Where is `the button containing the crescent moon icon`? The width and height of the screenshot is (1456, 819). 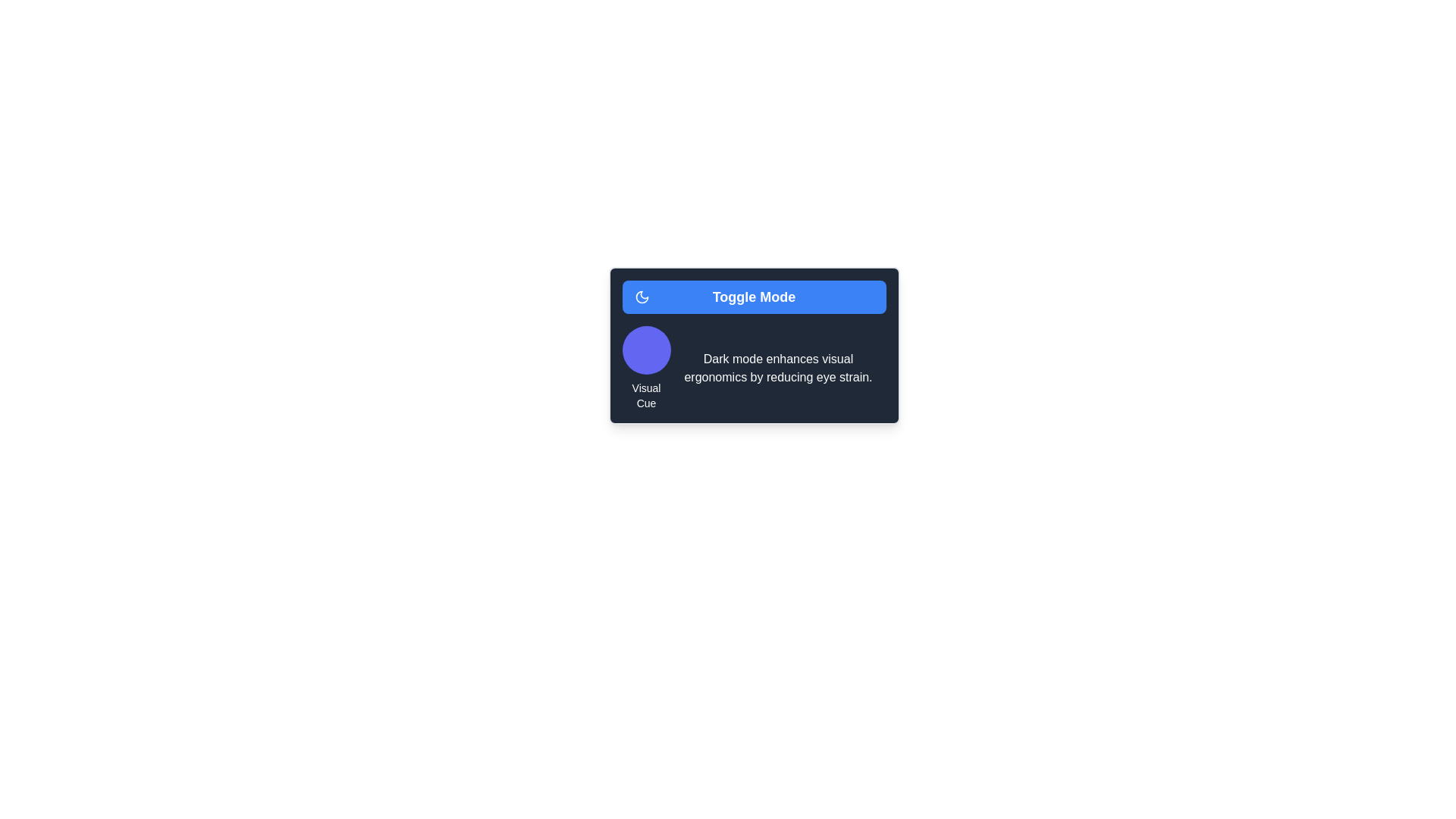 the button containing the crescent moon icon is located at coordinates (642, 297).